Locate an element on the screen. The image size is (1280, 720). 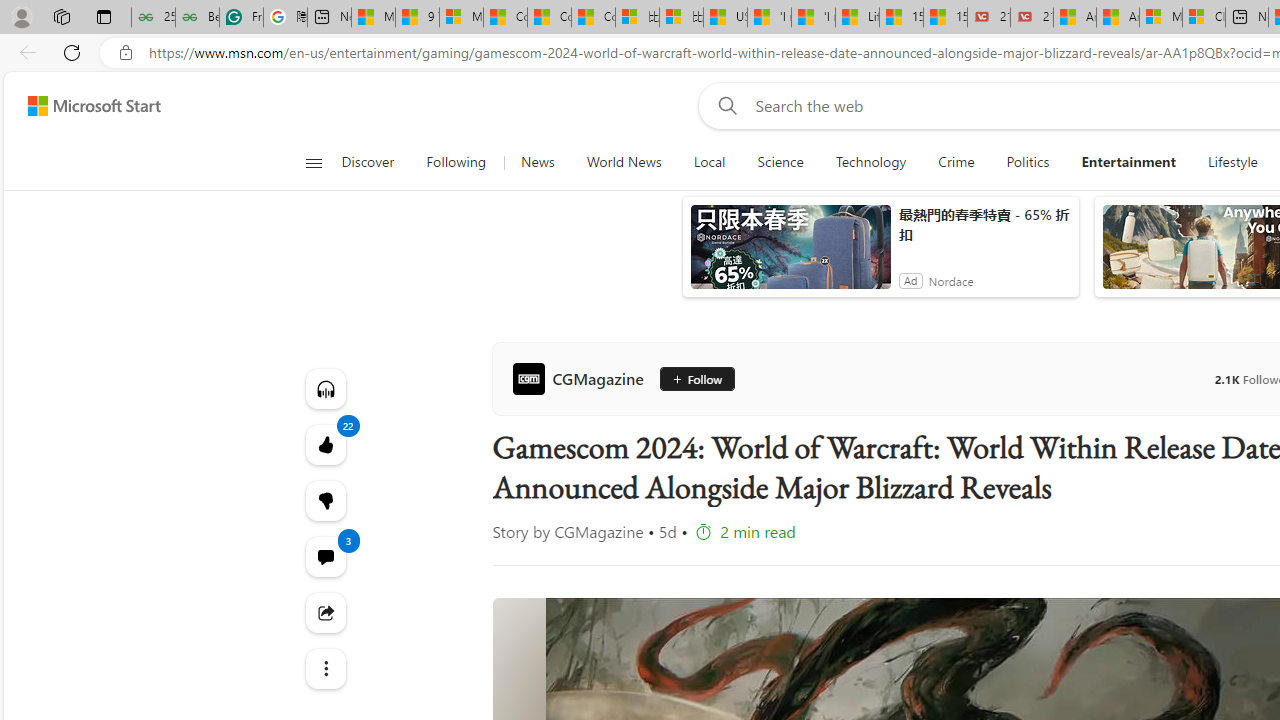
'Skip to content' is located at coordinates (86, 105).